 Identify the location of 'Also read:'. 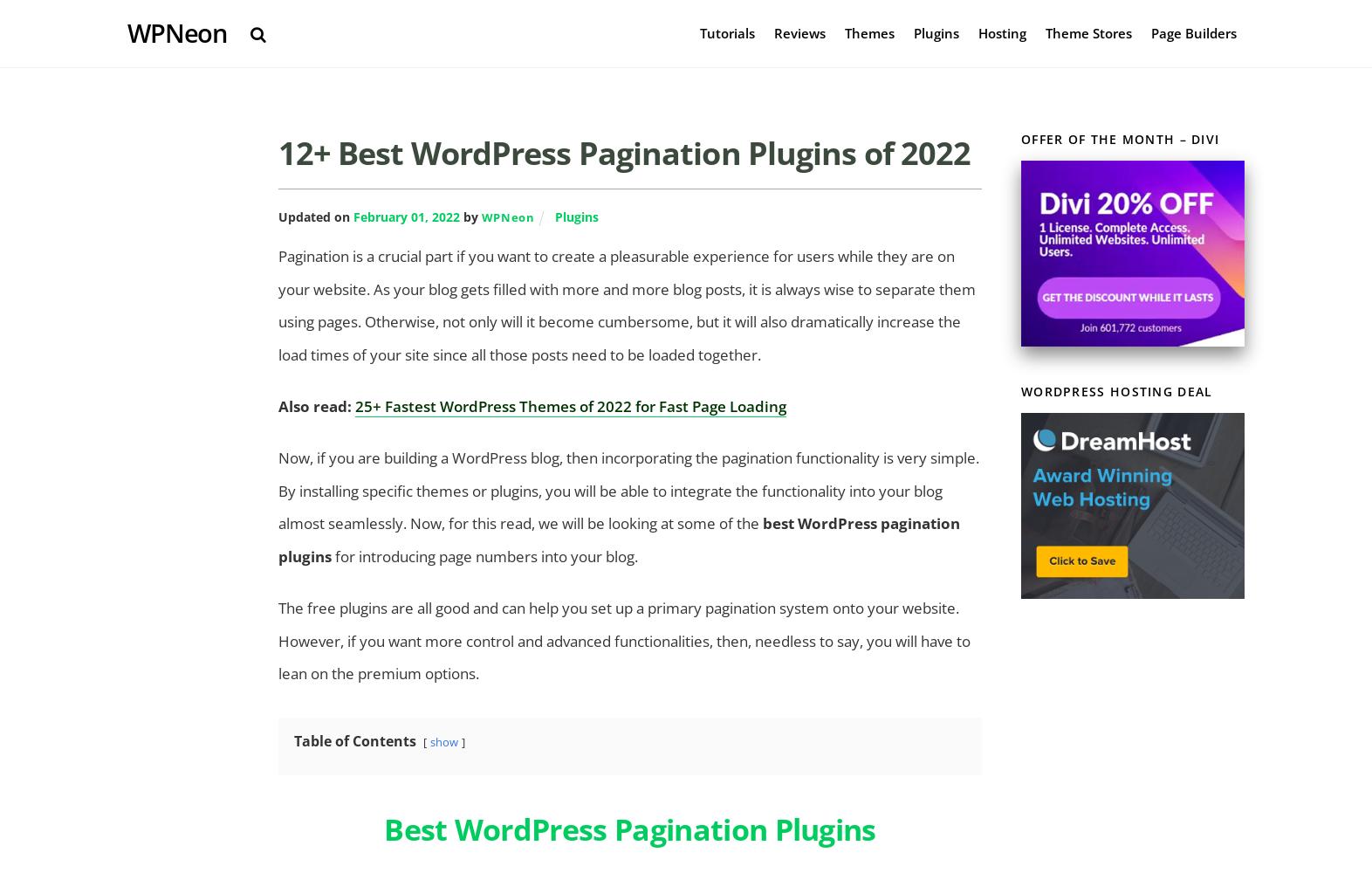
(313, 405).